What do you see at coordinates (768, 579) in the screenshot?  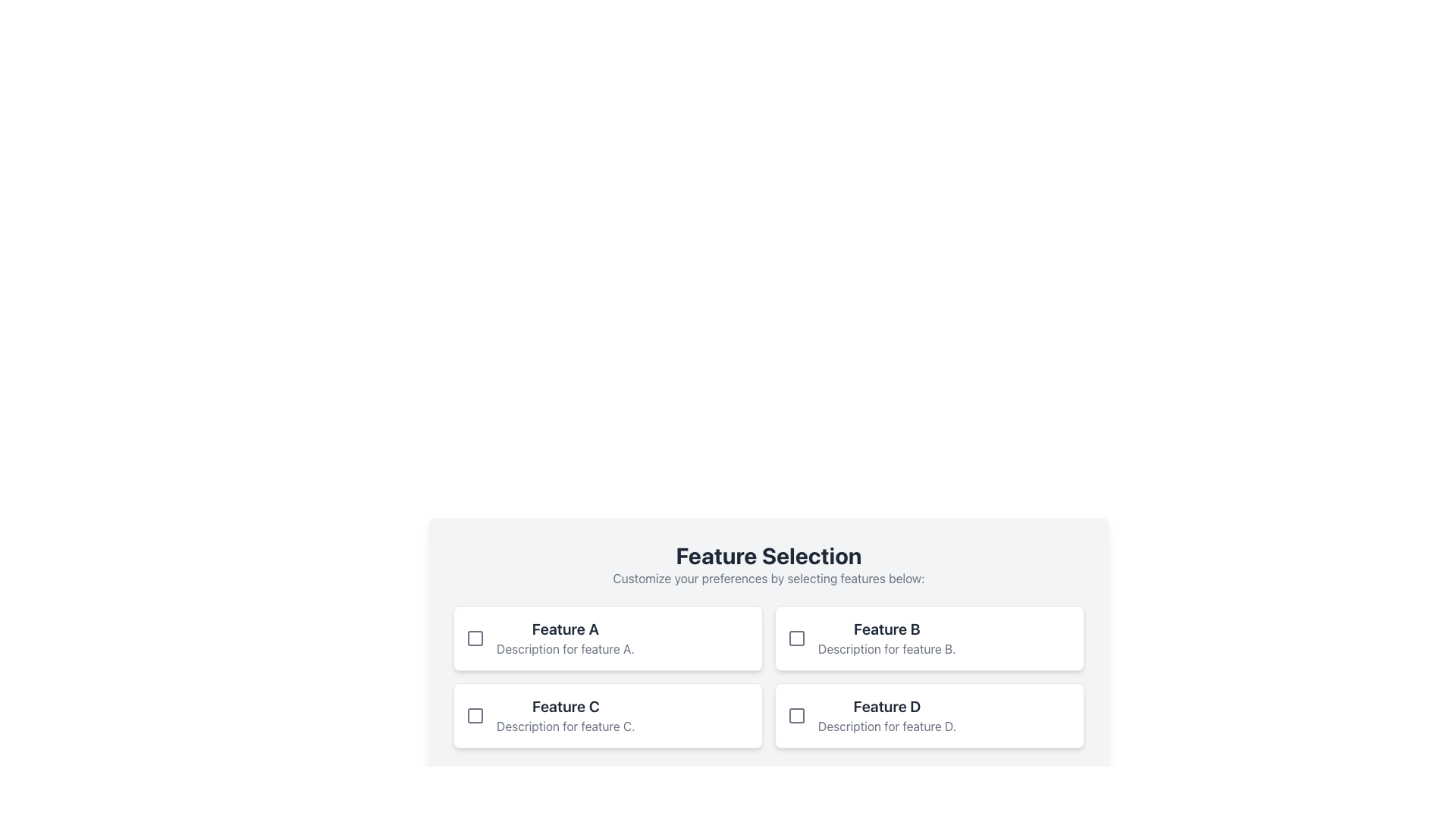 I see `the static text description that provides guidance on how to interact with the features listed below, positioned beneath the main title 'Feature Selection'` at bounding box center [768, 579].